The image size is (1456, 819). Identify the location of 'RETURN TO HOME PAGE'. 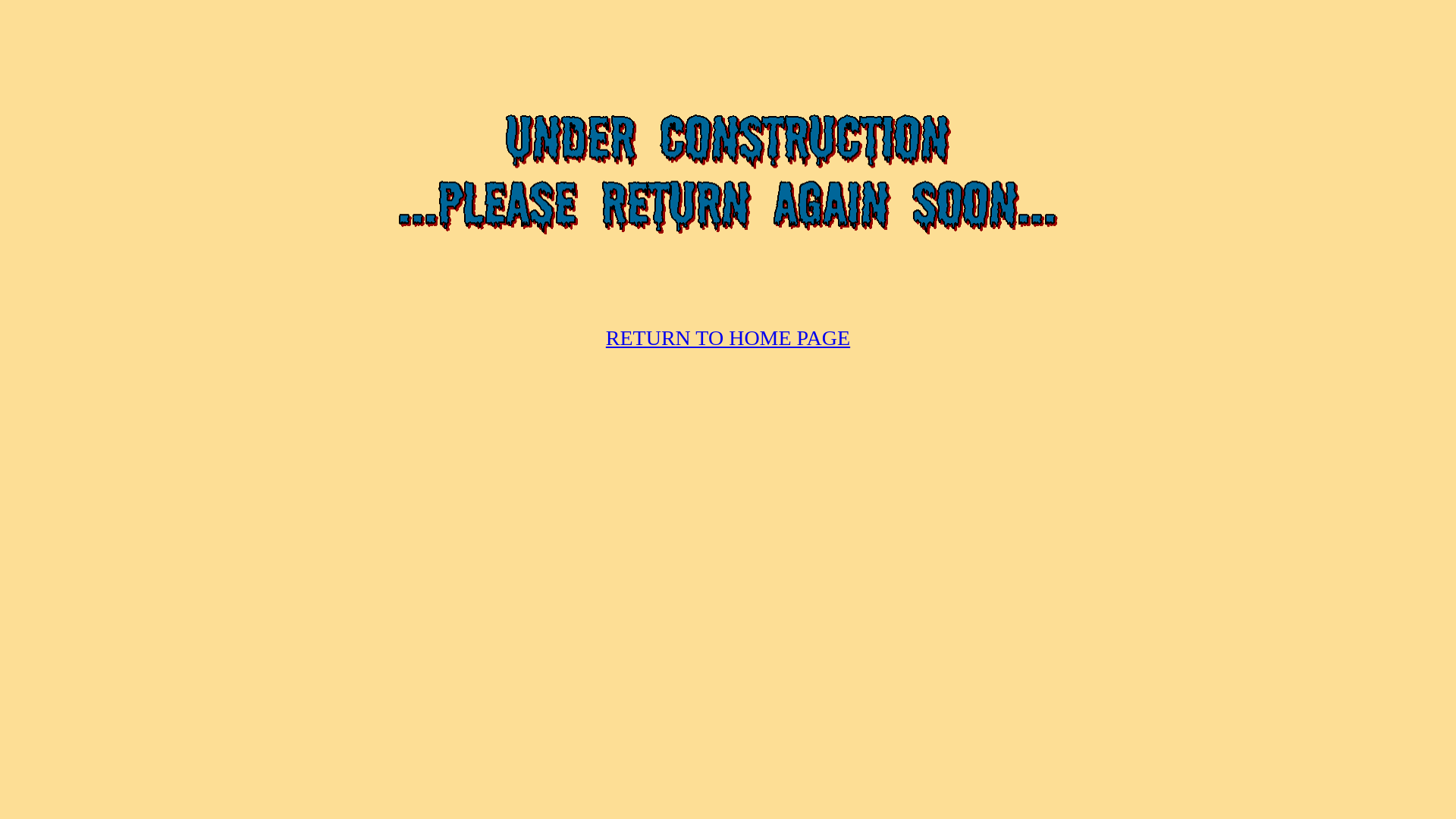
(728, 337).